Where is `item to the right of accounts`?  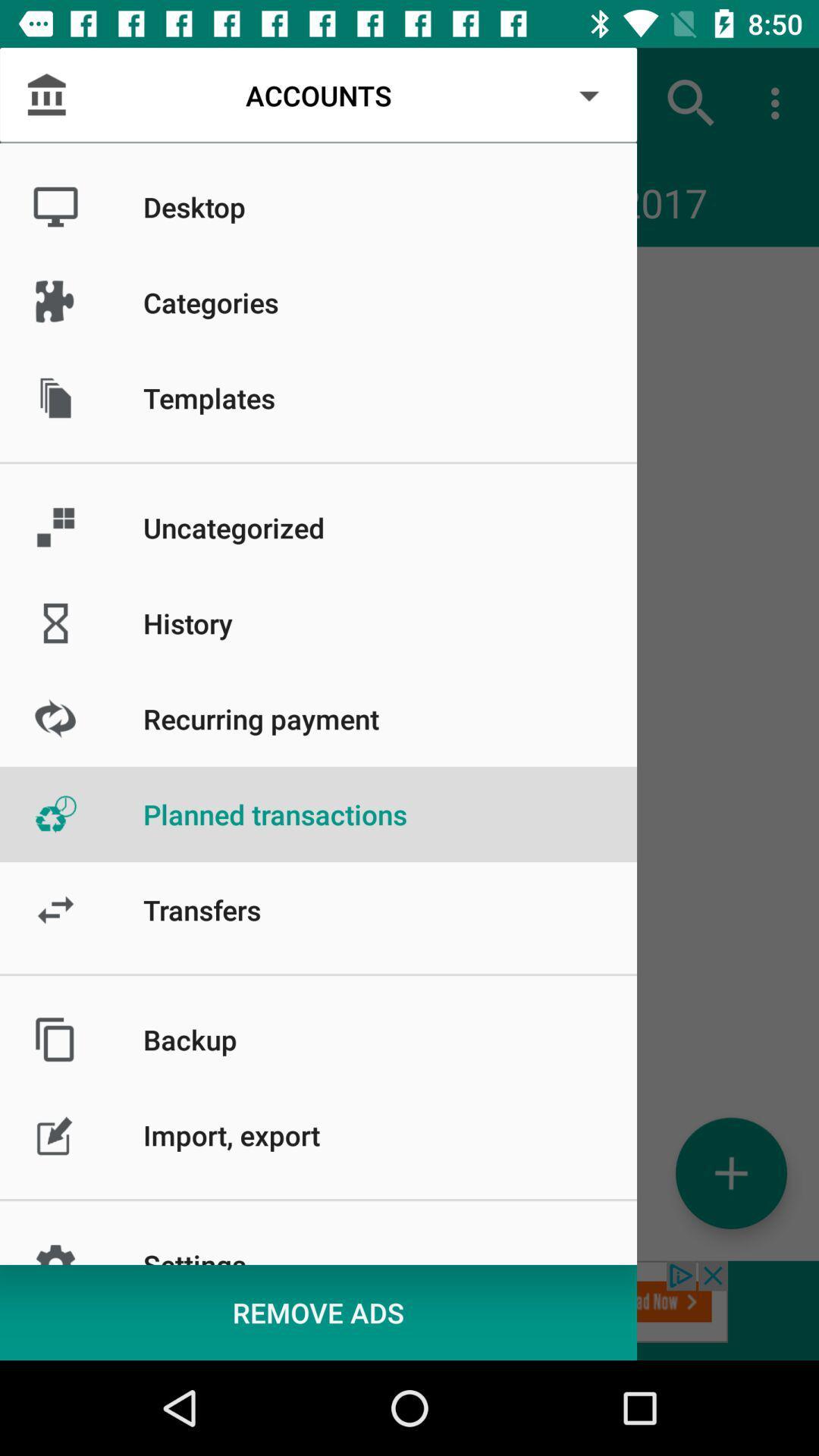 item to the right of accounts is located at coordinates (691, 102).